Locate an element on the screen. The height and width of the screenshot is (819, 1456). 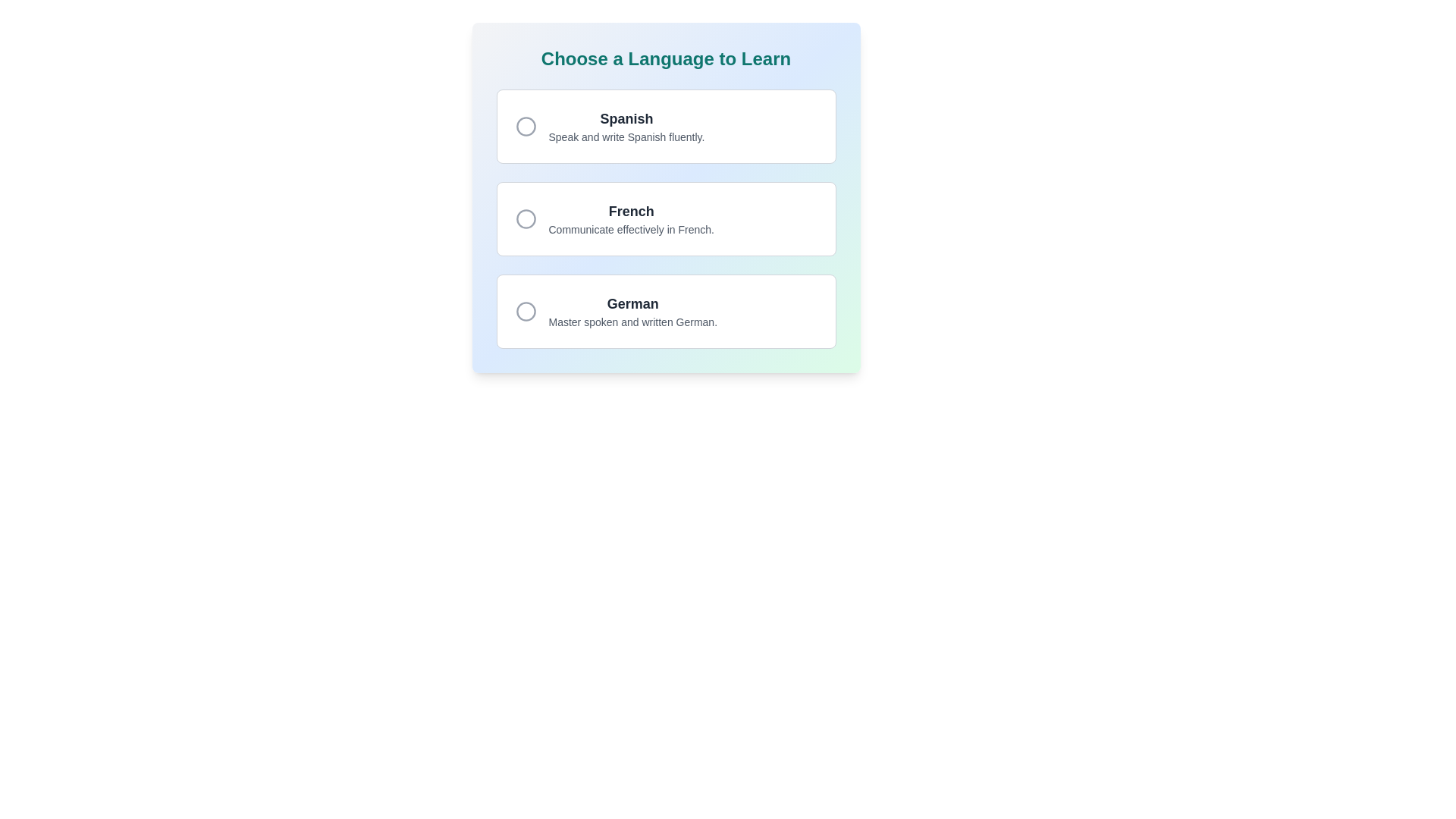
the content of the text display within the top card component titled 'Spanish', which represents the language option for learning Spanish is located at coordinates (626, 125).